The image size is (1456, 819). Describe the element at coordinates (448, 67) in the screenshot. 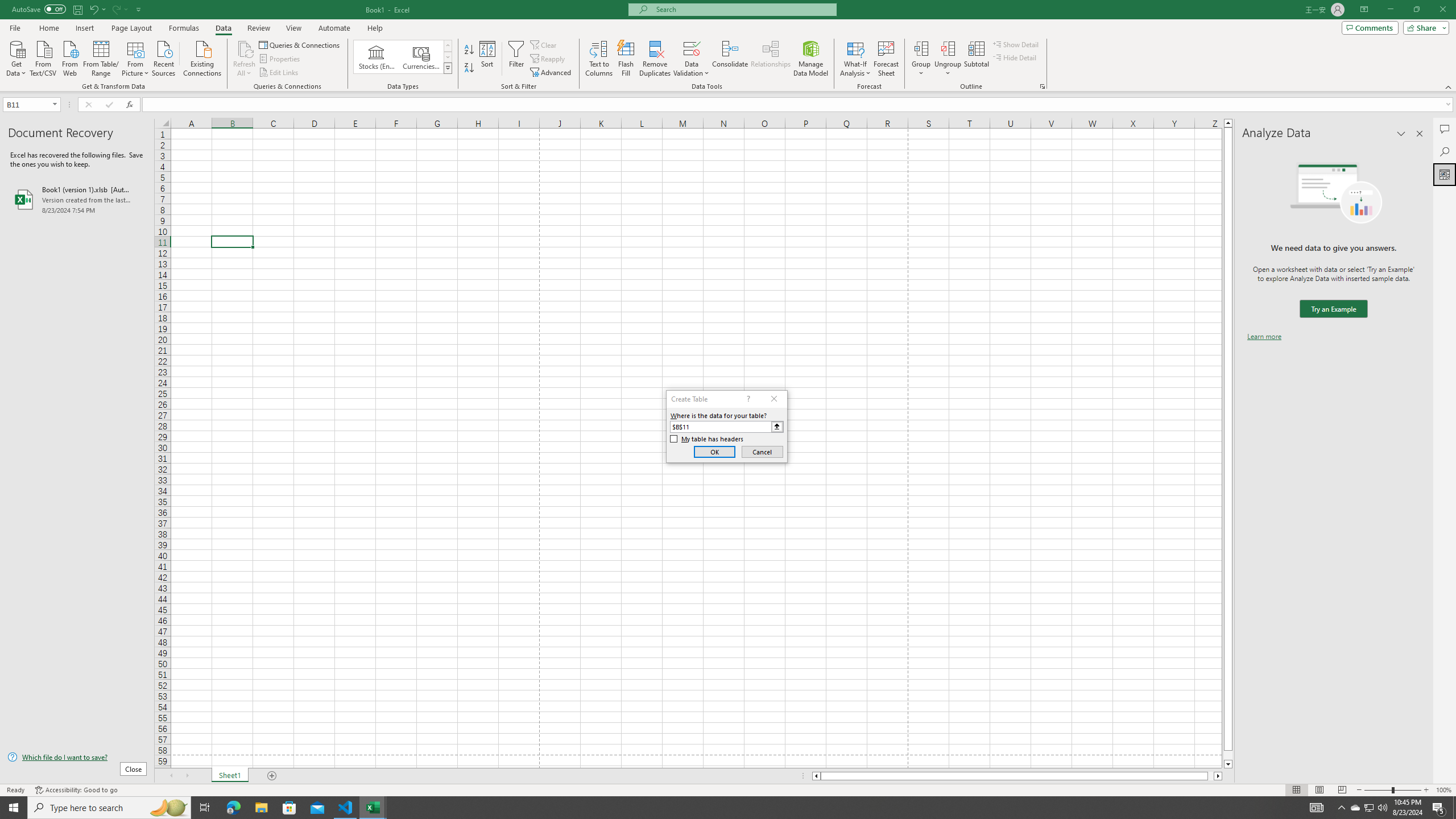

I see `'Data Types'` at that location.